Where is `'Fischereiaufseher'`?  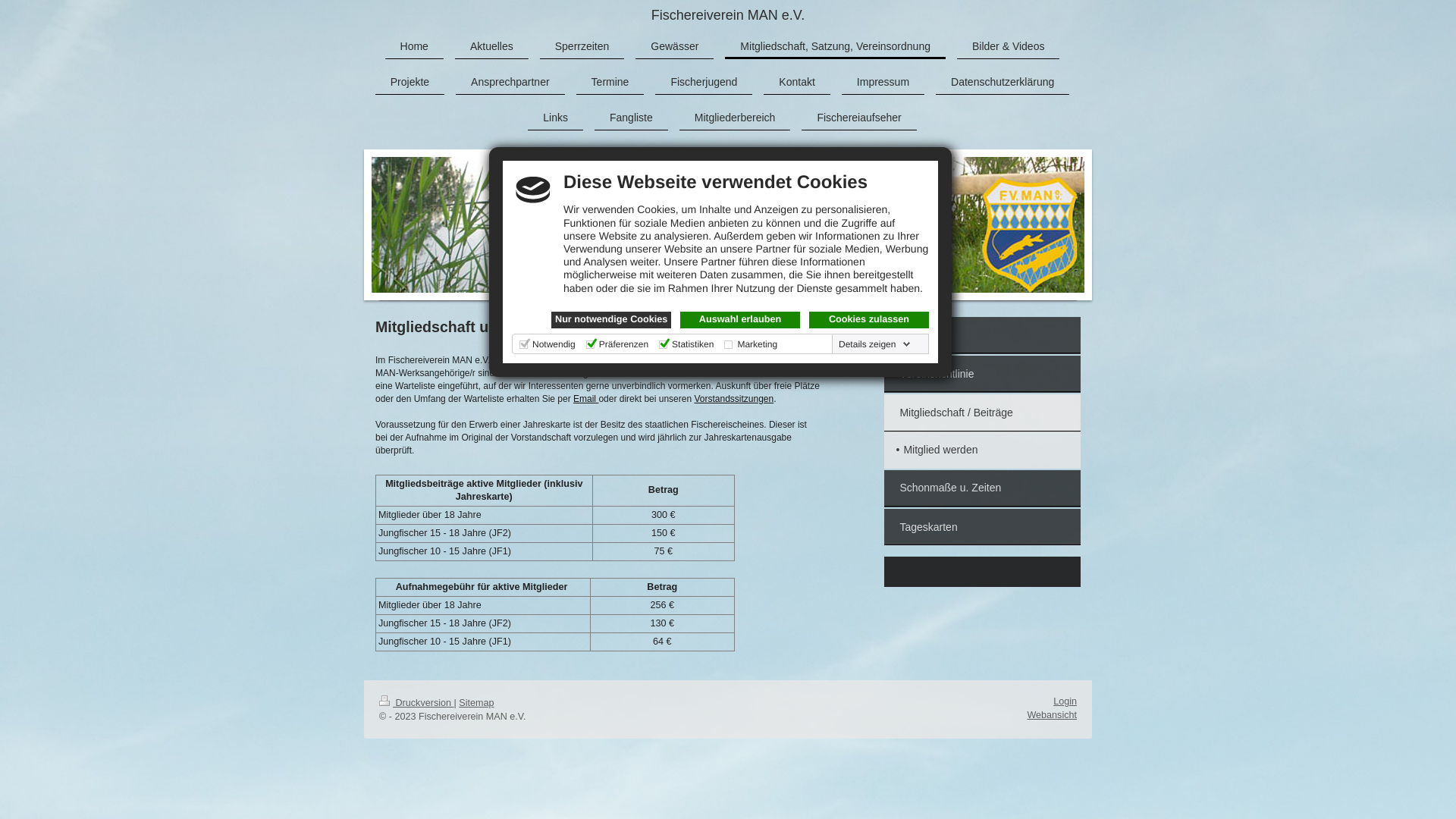 'Fischereiaufseher' is located at coordinates (858, 117).